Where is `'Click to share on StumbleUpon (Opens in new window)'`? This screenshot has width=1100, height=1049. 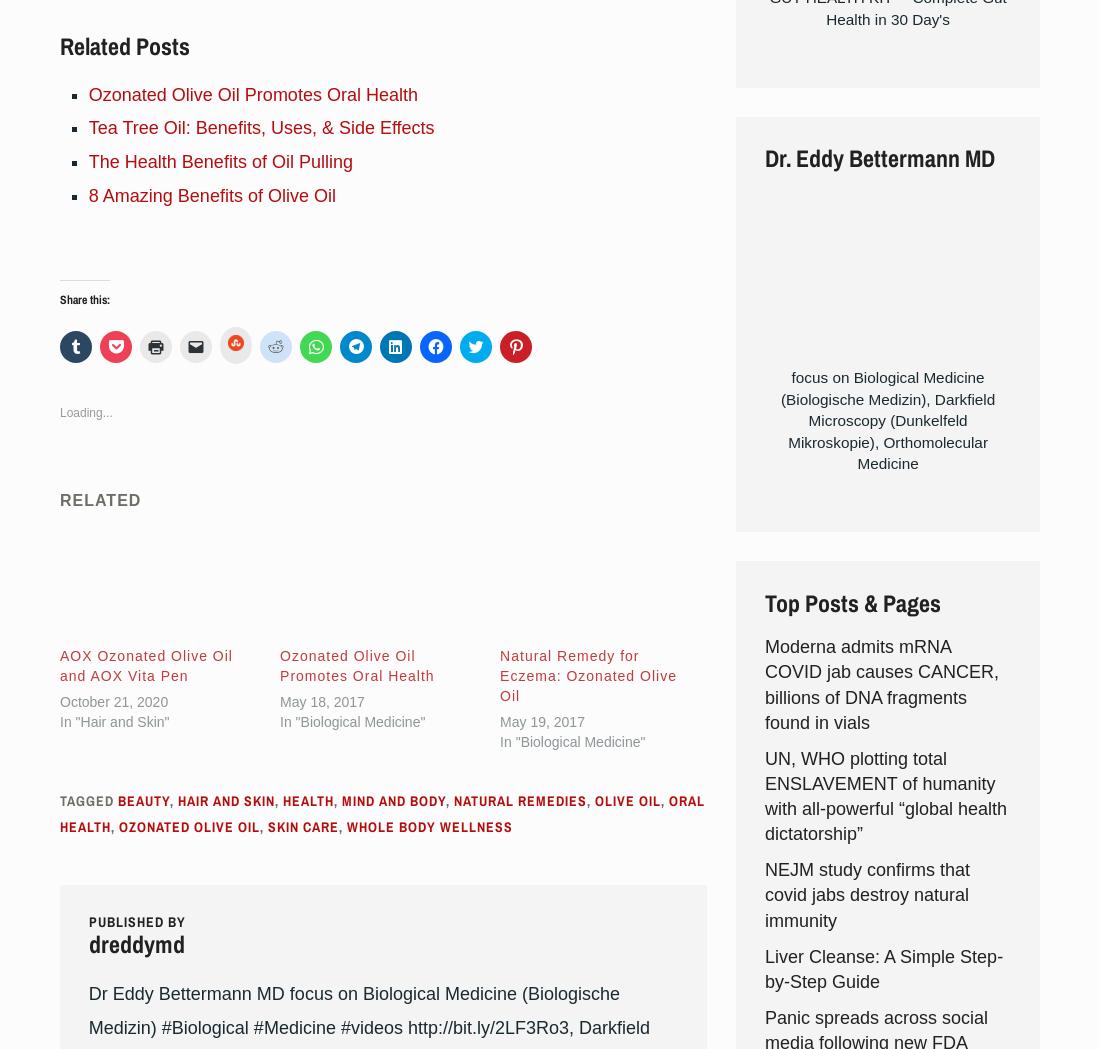 'Click to share on StumbleUpon (Opens in new window)' is located at coordinates (265, 613).